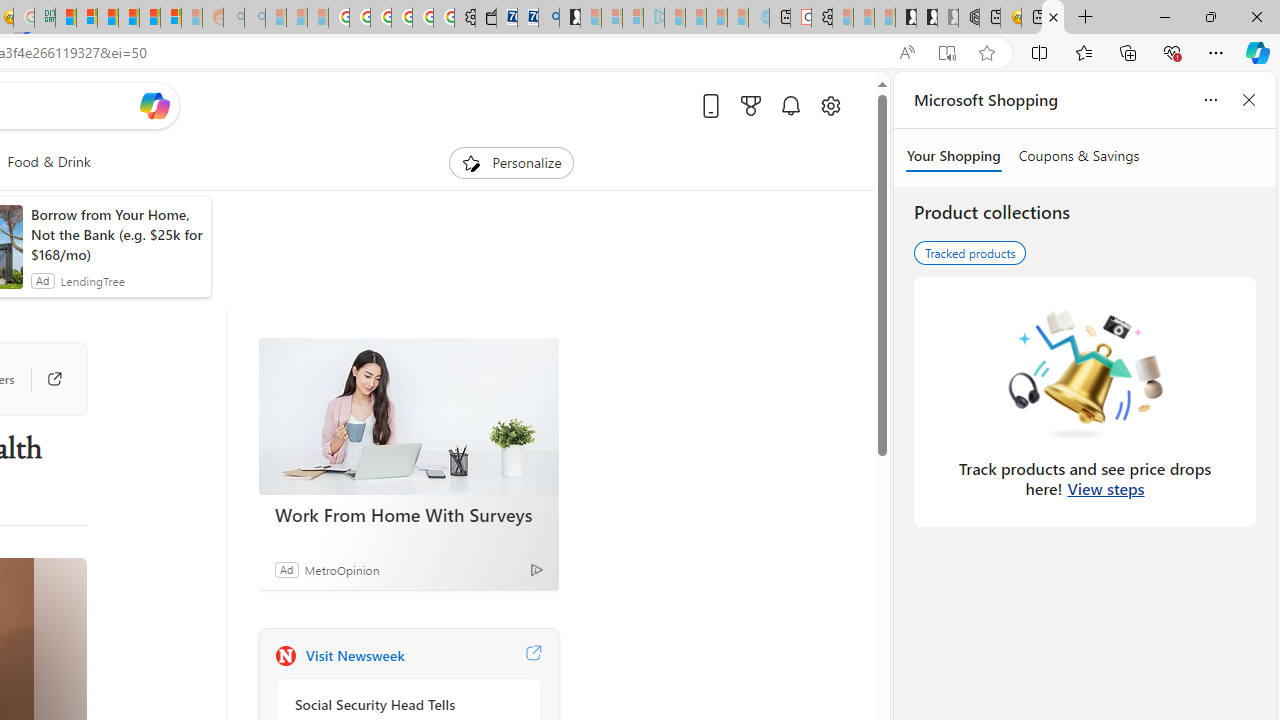 The width and height of the screenshot is (1280, 720). I want to click on 'Go to publisher', so click(44, 379).